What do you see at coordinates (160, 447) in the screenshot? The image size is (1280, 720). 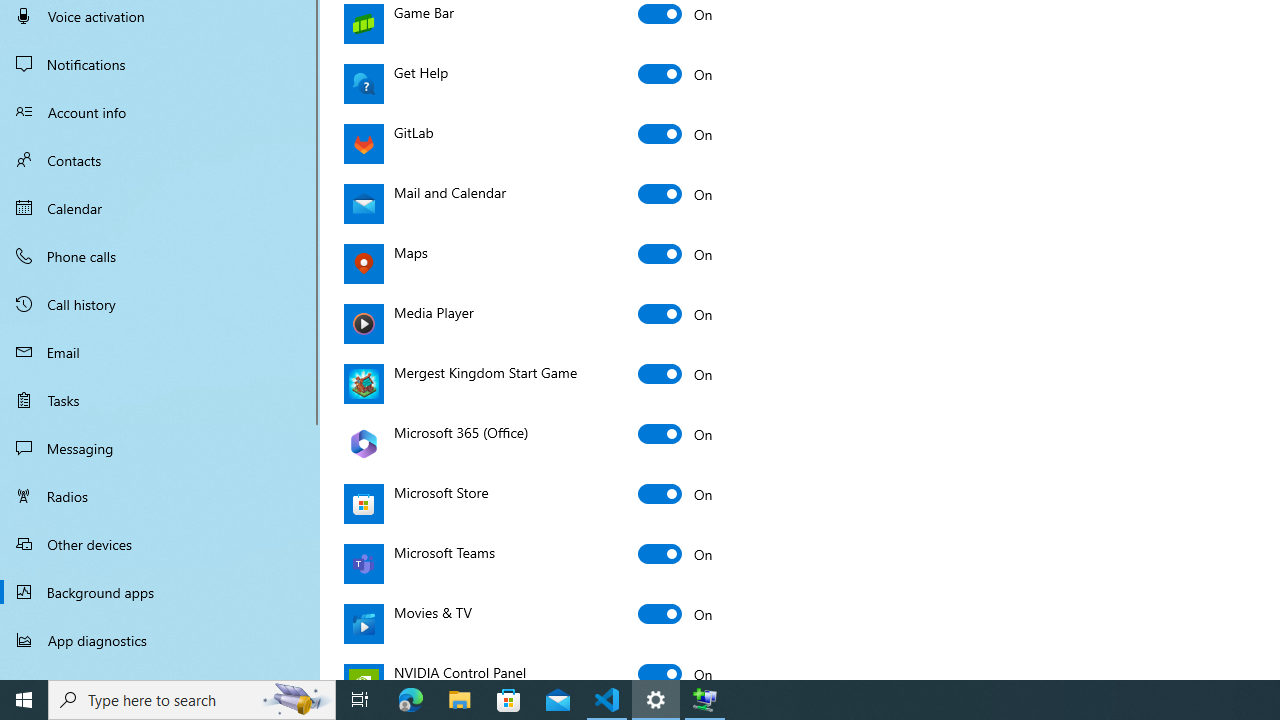 I see `'Messaging'` at bounding box center [160, 447].